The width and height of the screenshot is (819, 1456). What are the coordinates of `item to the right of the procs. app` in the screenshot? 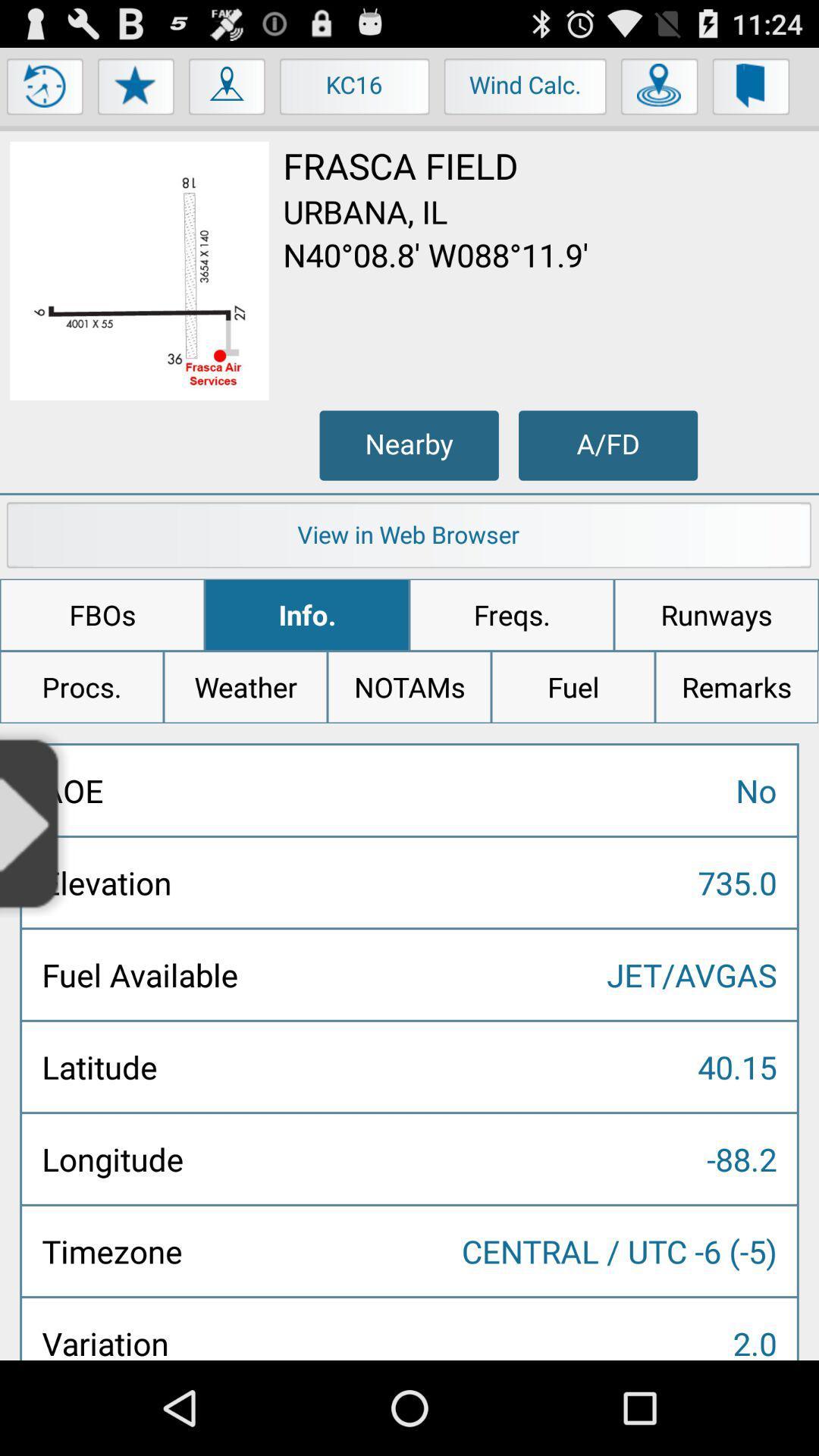 It's located at (245, 686).